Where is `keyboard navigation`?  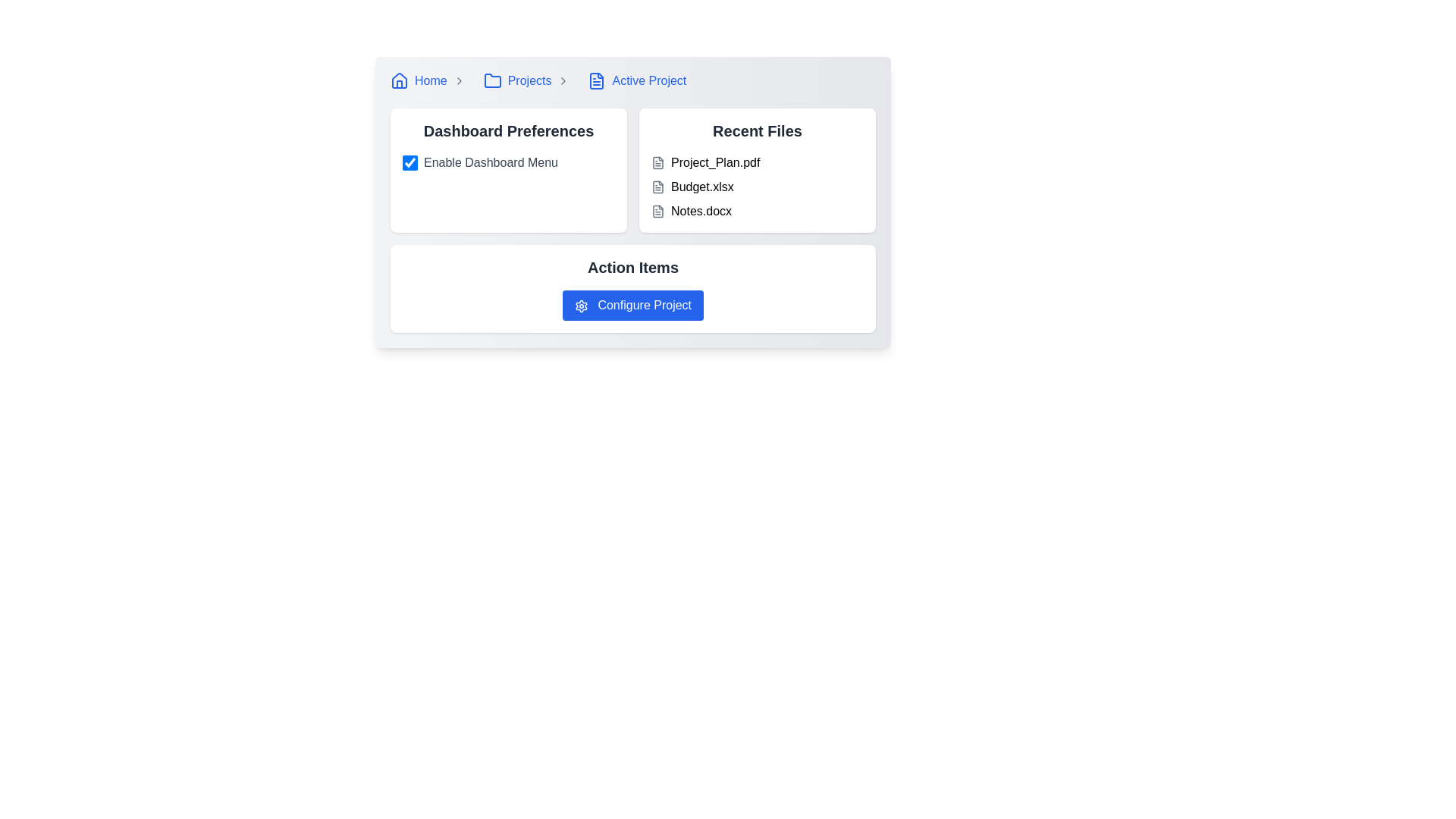
keyboard navigation is located at coordinates (581, 306).